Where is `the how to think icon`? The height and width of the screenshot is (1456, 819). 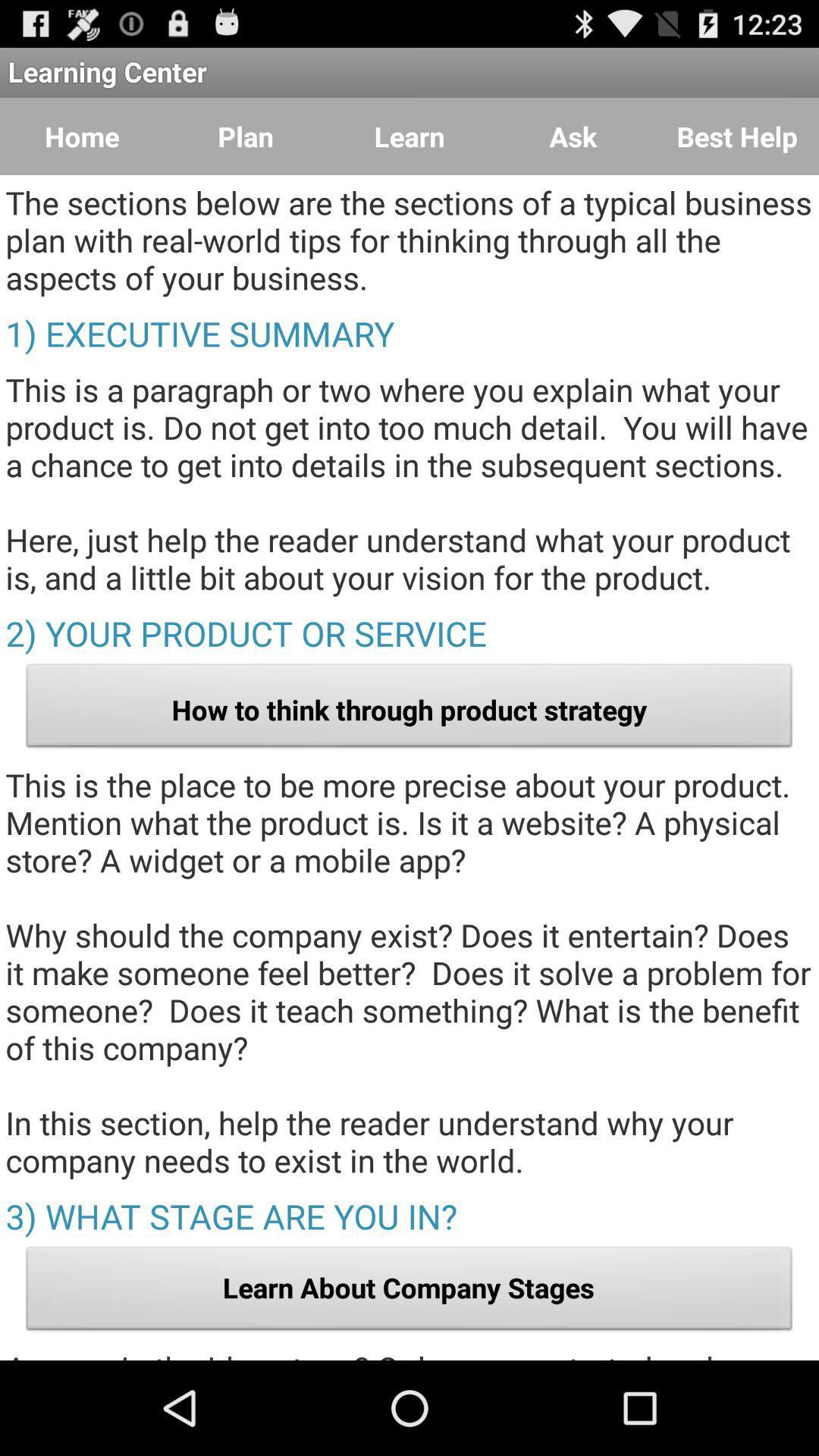
the how to think icon is located at coordinates (409, 709).